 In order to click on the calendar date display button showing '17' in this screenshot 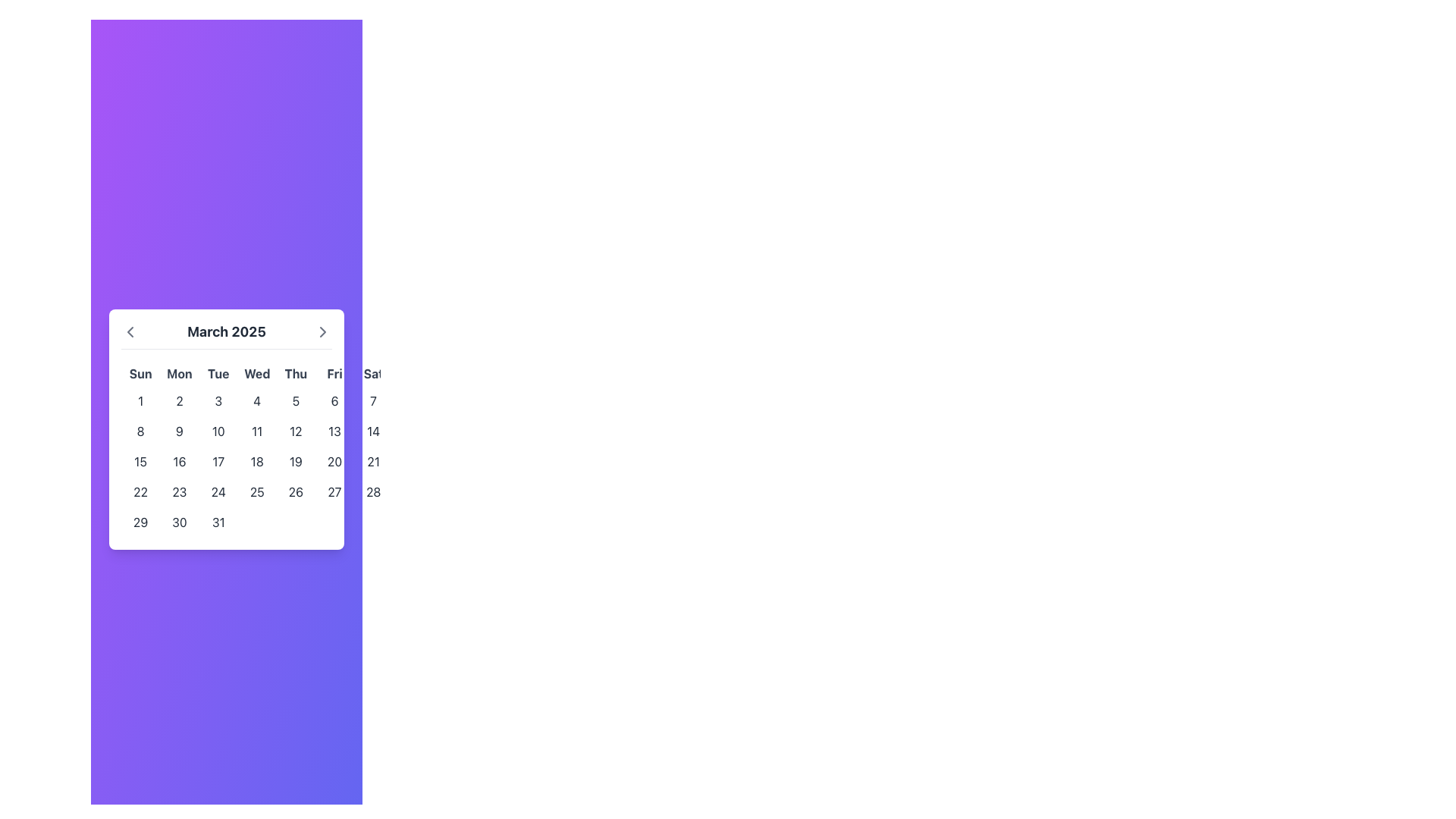, I will do `click(218, 460)`.